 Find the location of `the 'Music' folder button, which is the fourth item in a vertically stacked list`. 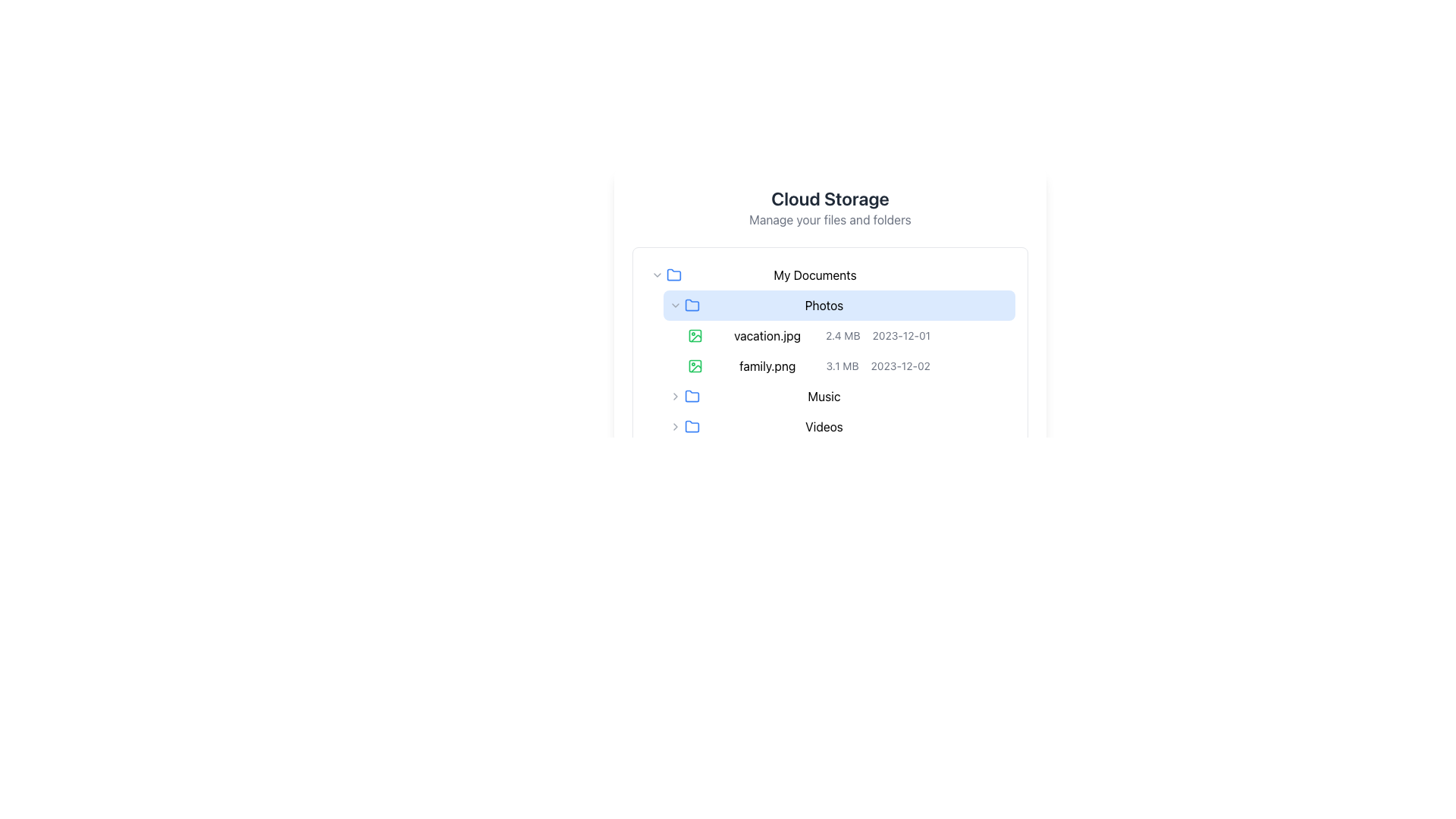

the 'Music' folder button, which is the fourth item in a vertically stacked list is located at coordinates (829, 396).